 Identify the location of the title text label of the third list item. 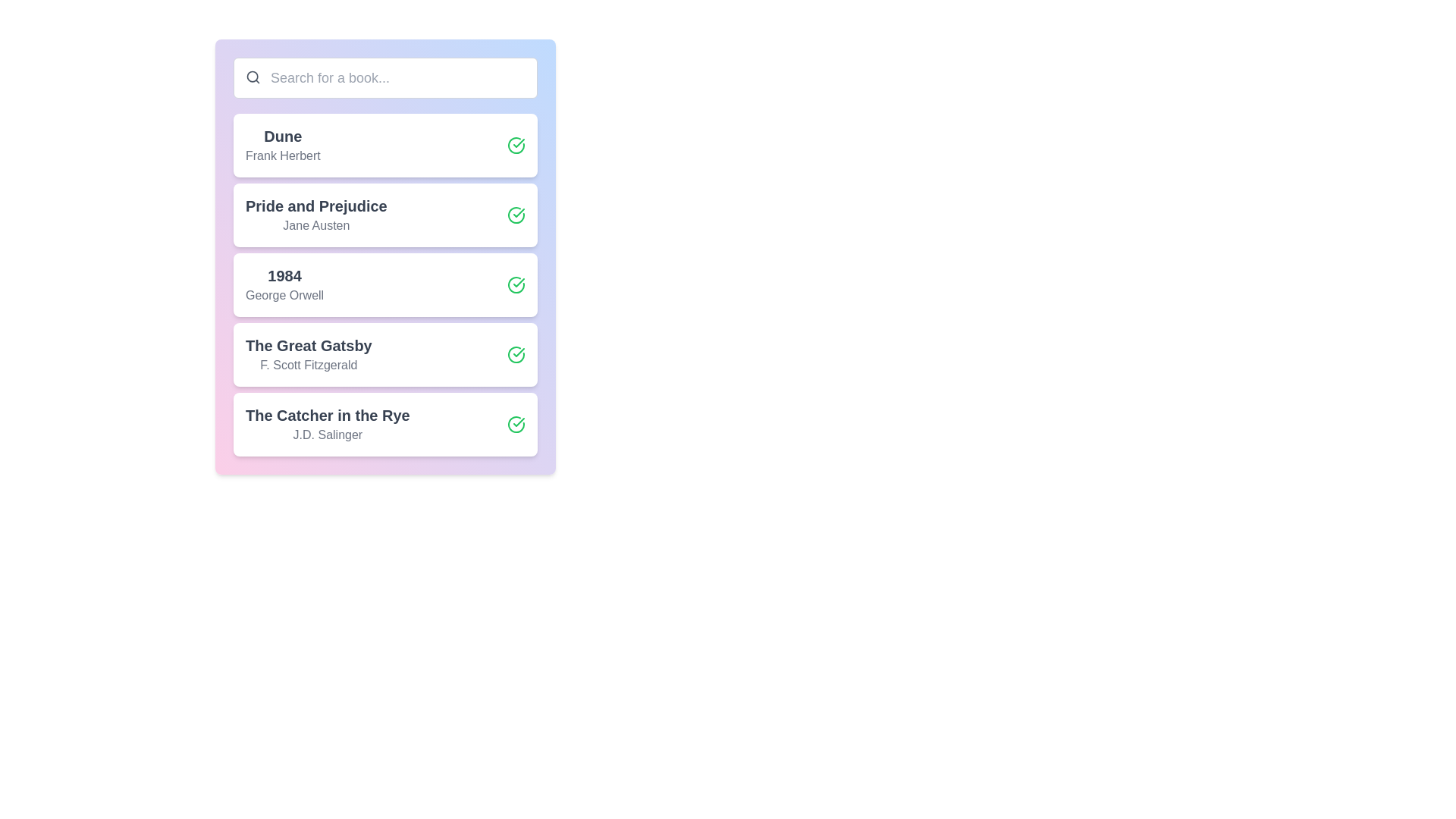
(284, 275).